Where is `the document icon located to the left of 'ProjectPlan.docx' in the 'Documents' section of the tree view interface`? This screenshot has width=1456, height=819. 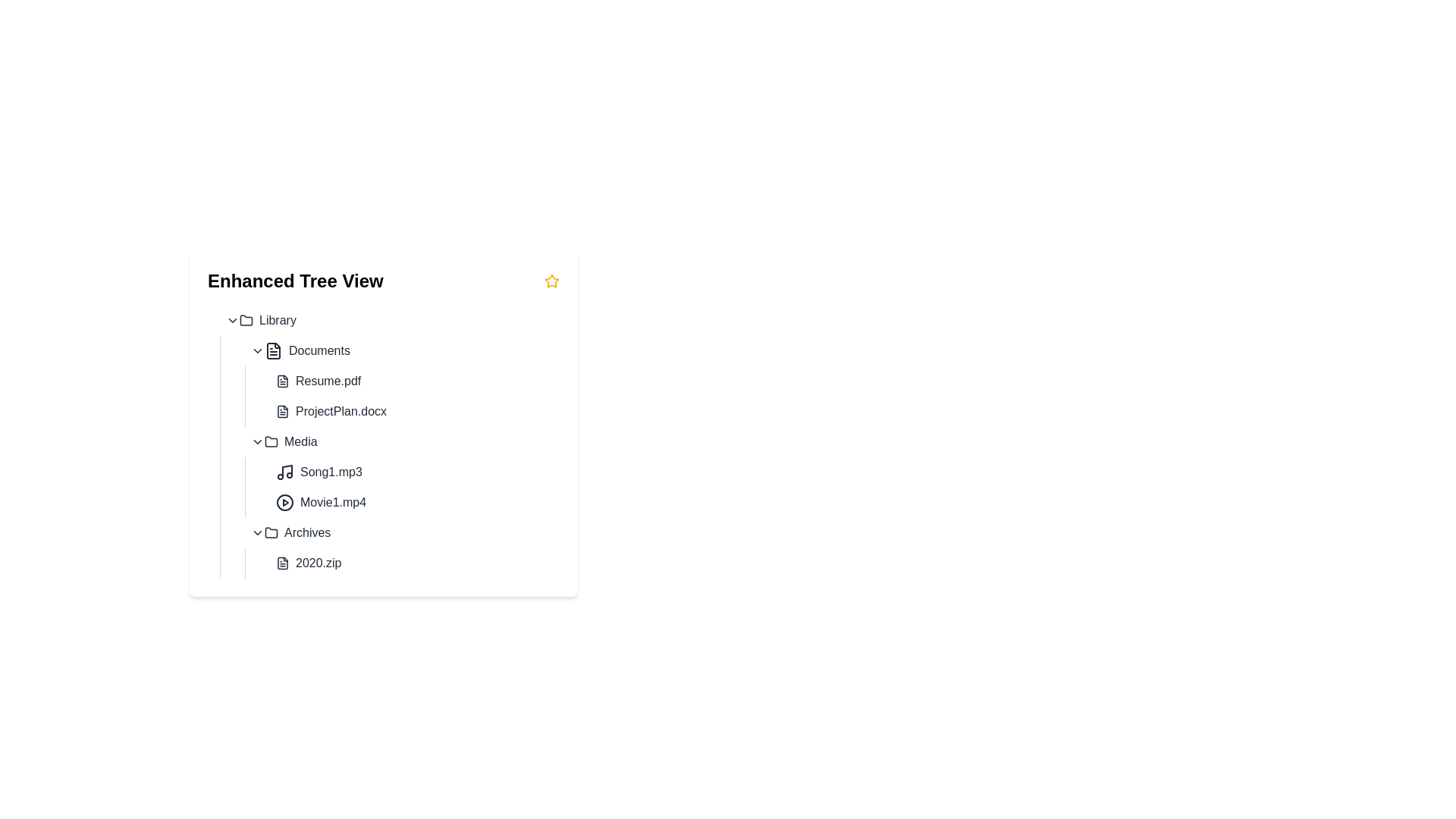
the document icon located to the left of 'ProjectPlan.docx' in the 'Documents' section of the tree view interface is located at coordinates (283, 412).